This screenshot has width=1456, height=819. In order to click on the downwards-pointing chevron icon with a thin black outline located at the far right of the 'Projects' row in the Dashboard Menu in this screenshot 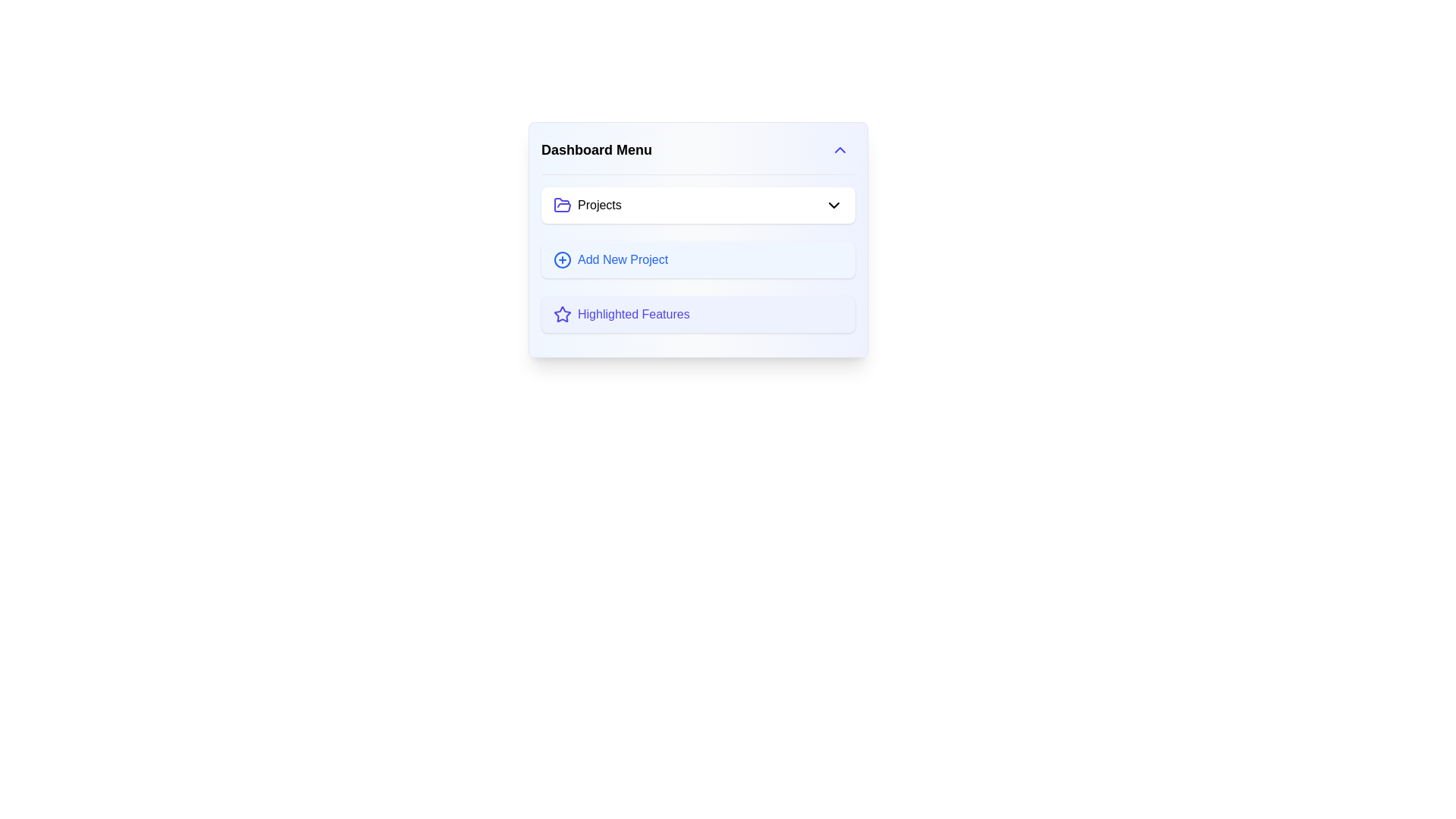, I will do `click(833, 205)`.